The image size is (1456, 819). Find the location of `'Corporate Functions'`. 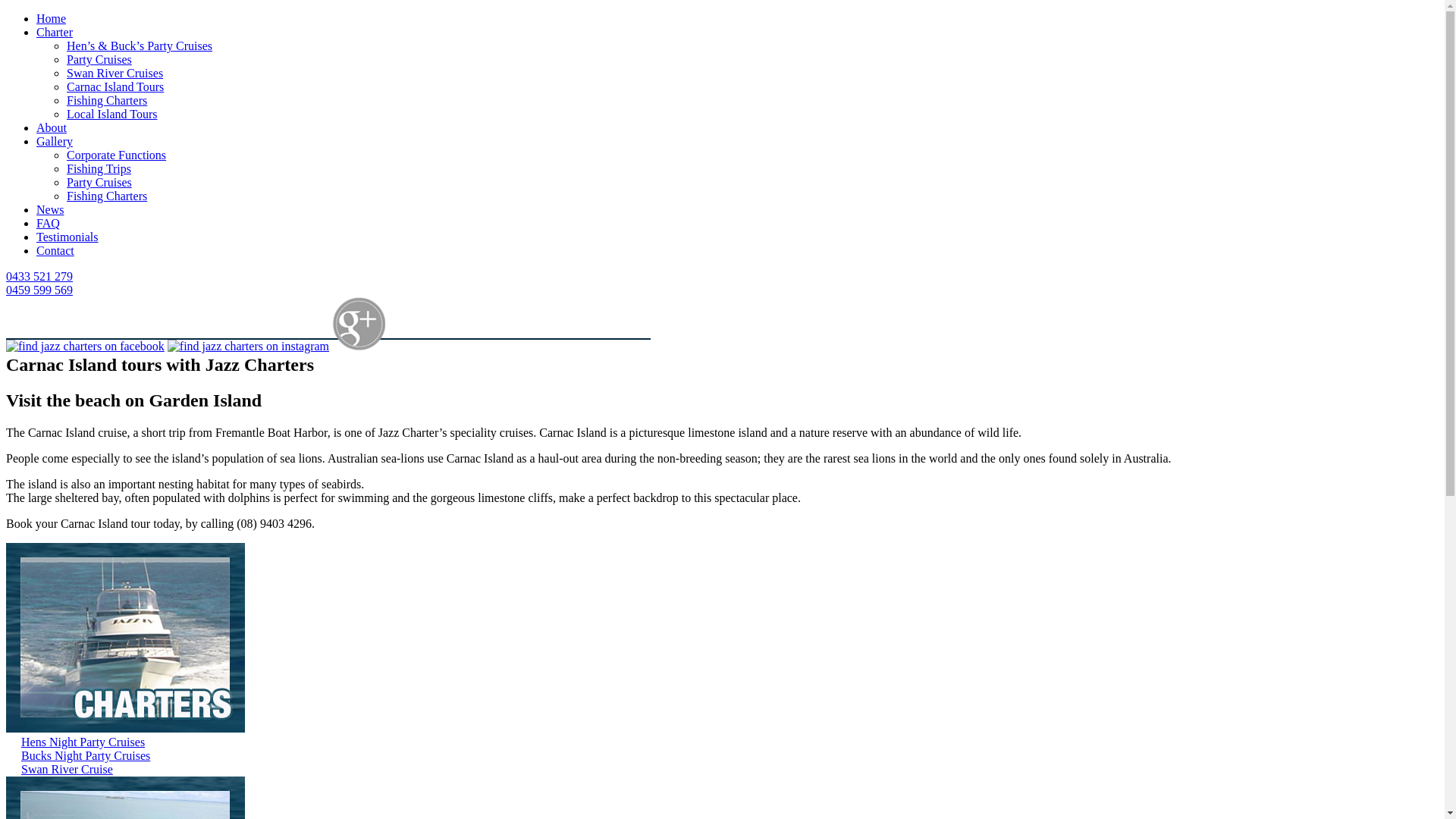

'Corporate Functions' is located at coordinates (115, 155).